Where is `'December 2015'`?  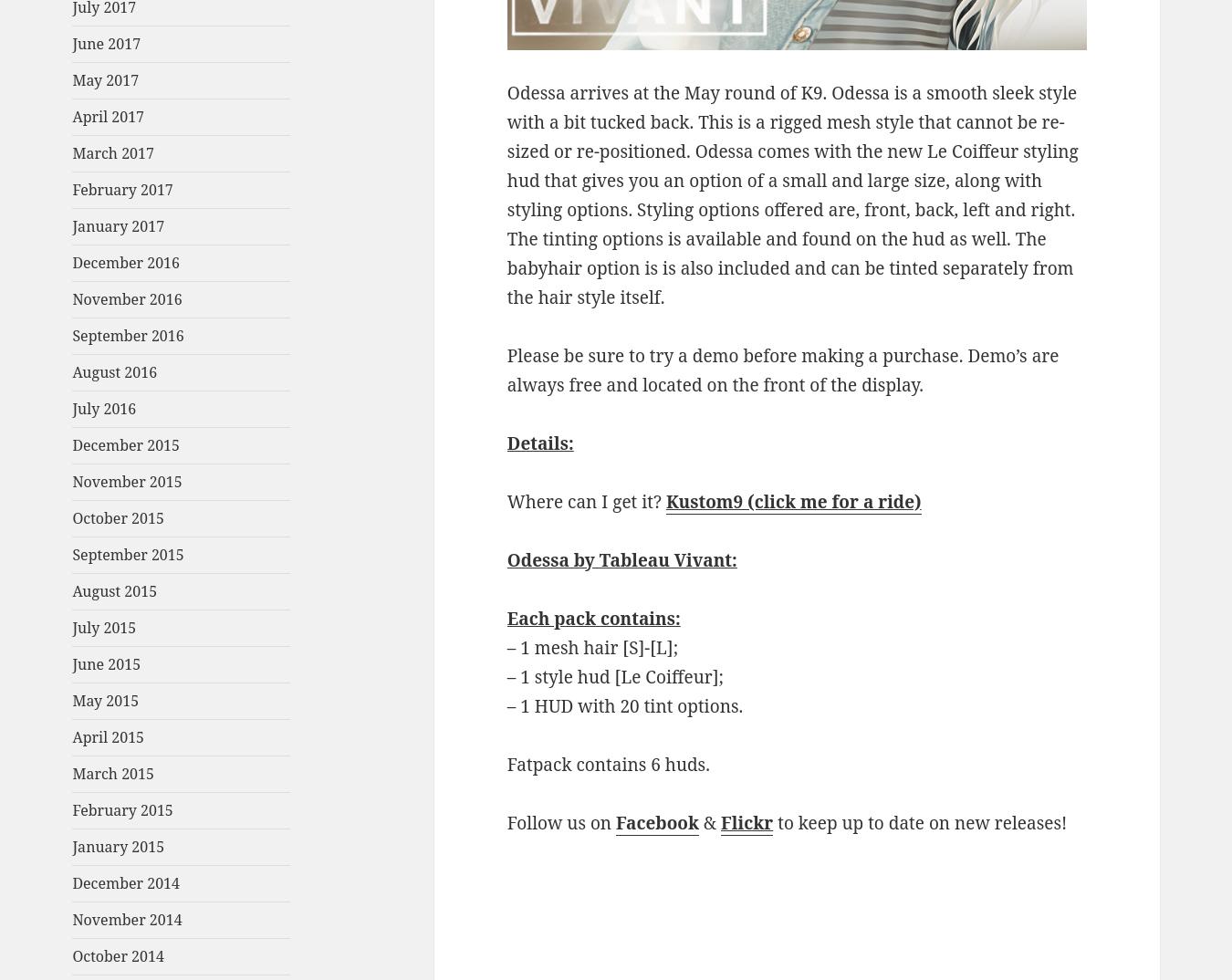 'December 2015' is located at coordinates (125, 445).